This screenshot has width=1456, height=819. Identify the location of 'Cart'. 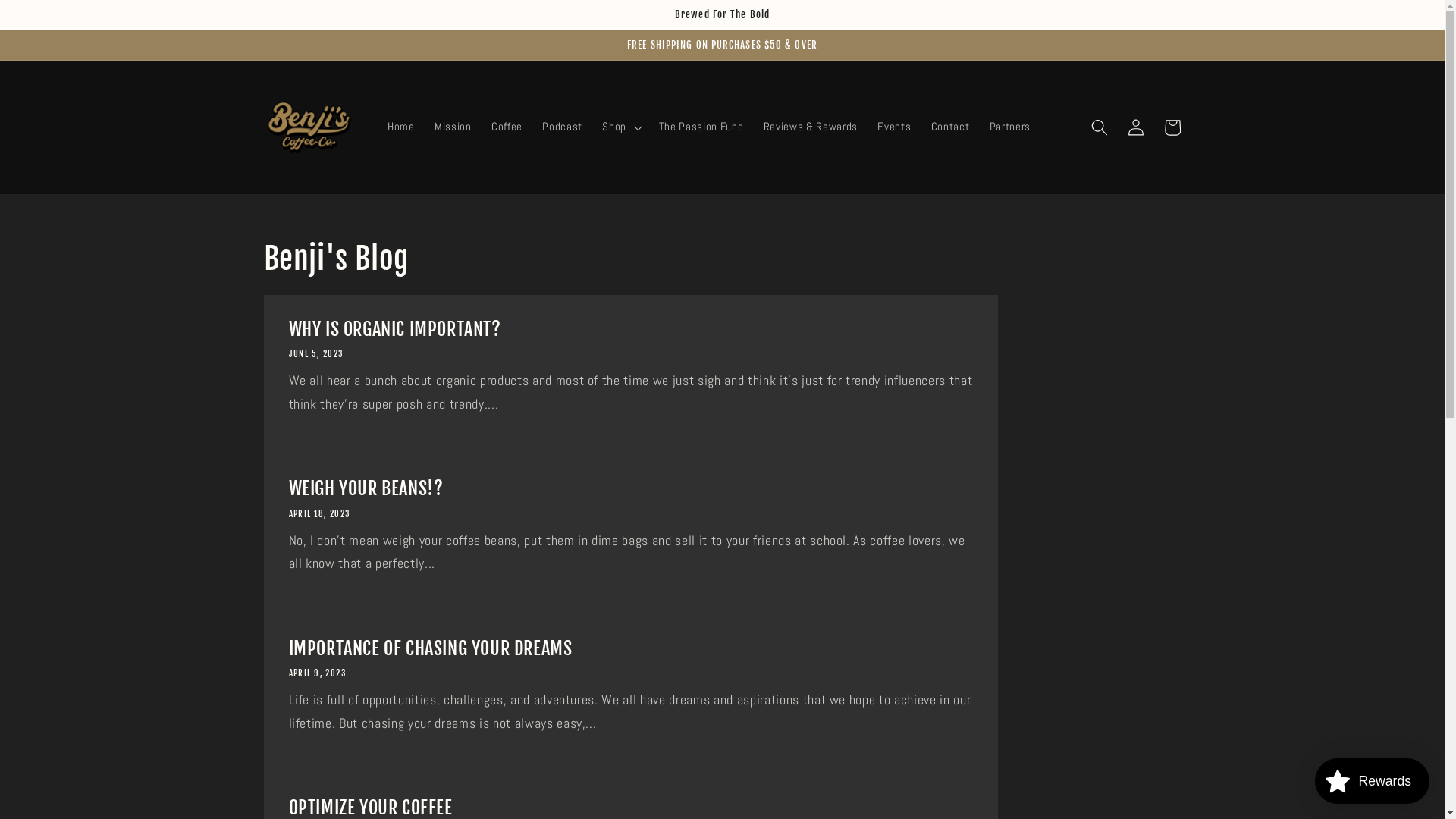
(1153, 127).